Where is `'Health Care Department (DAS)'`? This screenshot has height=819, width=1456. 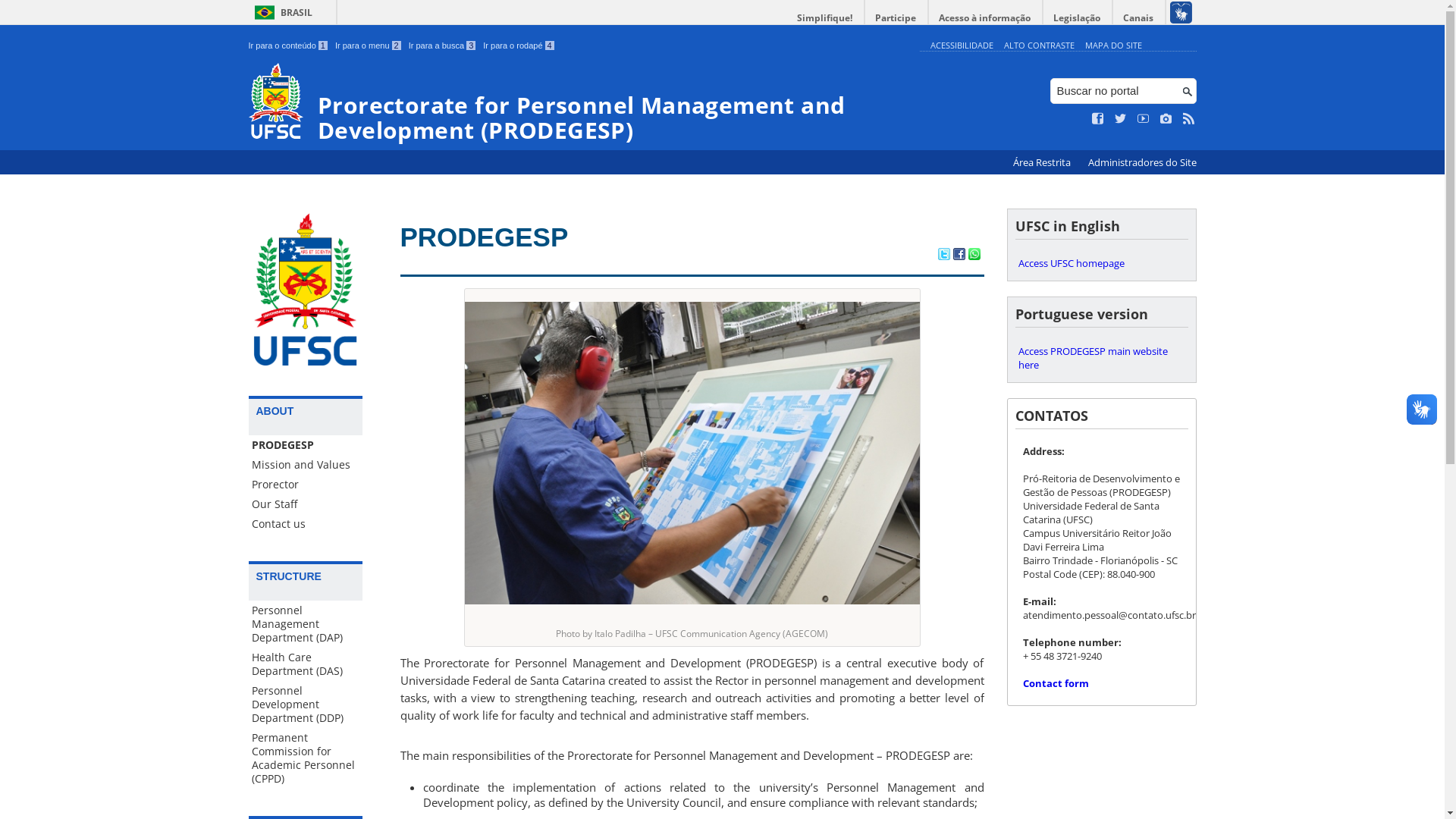 'Health Care Department (DAS)' is located at coordinates (248, 663).